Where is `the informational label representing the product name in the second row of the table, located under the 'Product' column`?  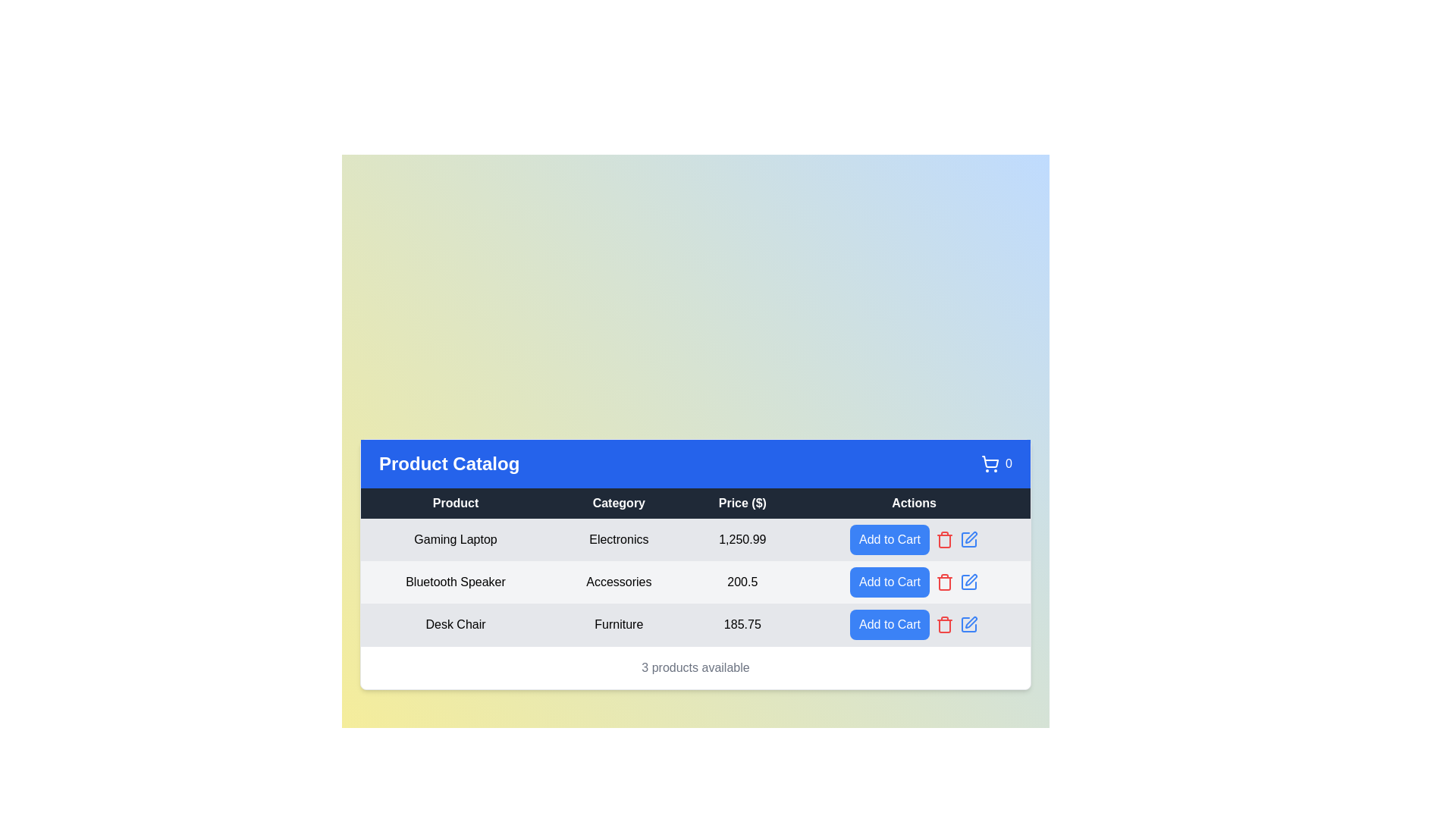 the informational label representing the product name in the second row of the table, located under the 'Product' column is located at coordinates (454, 581).